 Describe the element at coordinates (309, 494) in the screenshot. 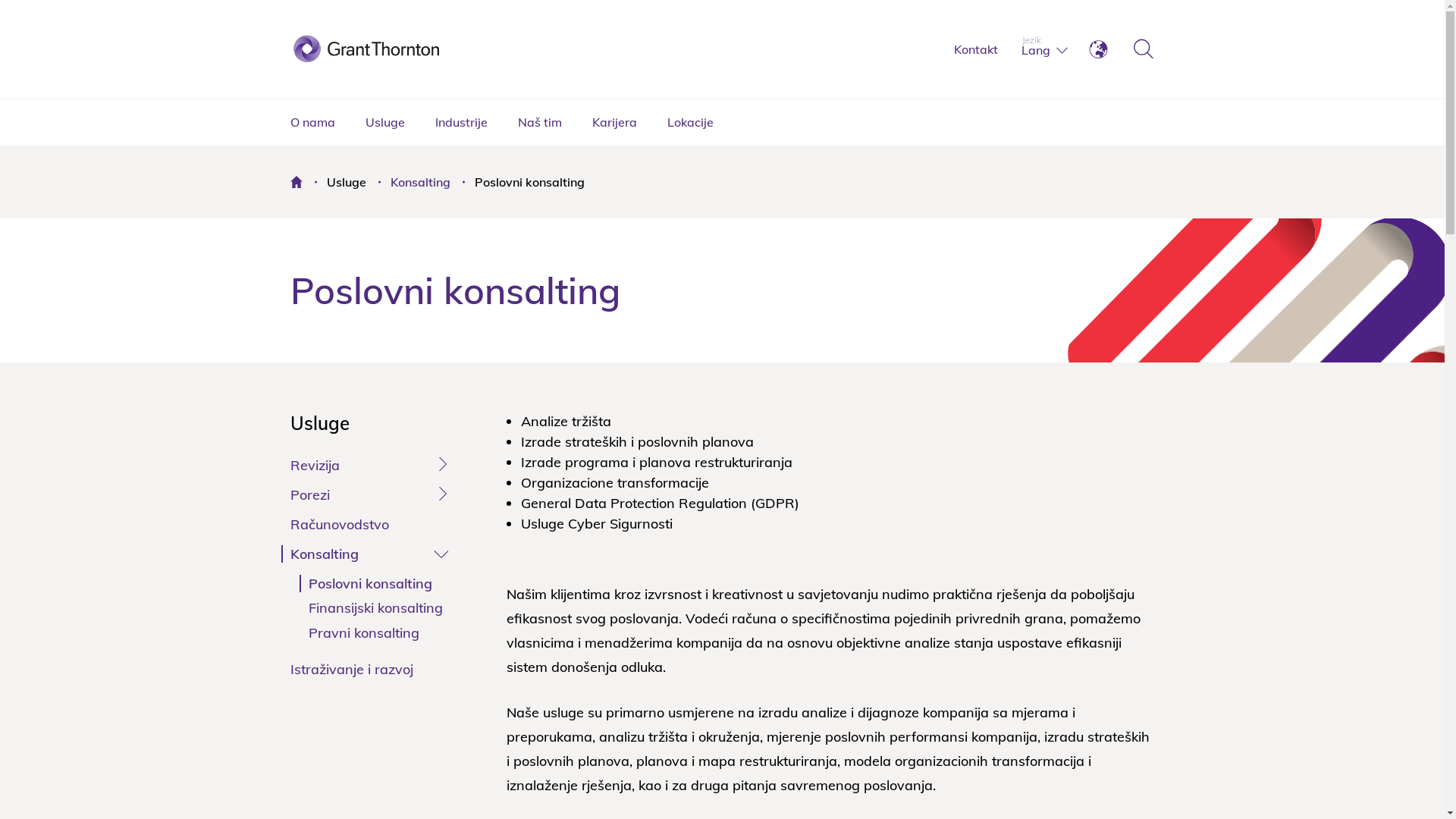

I see `'Porezi'` at that location.